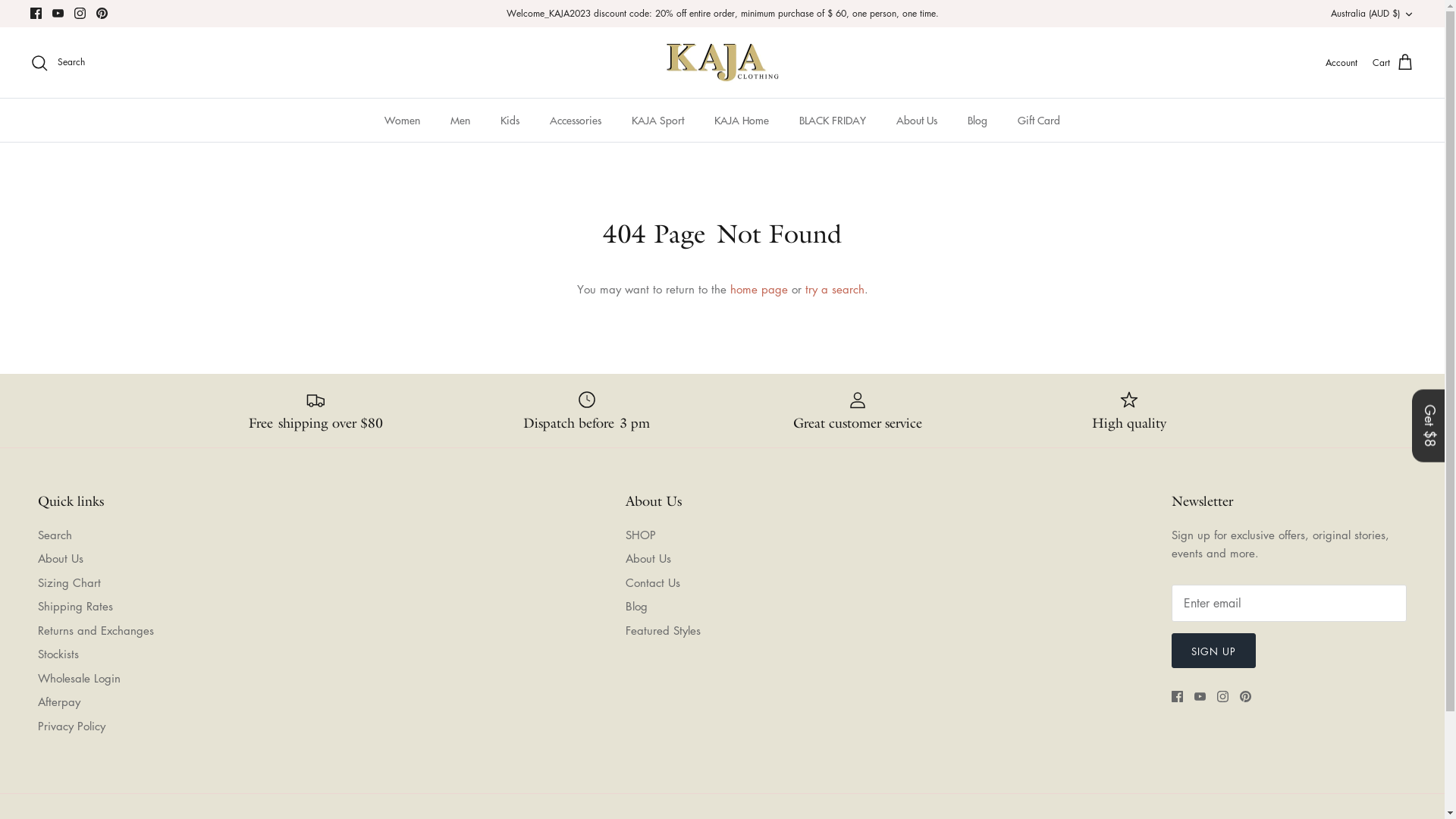 The height and width of the screenshot is (819, 1456). Describe the element at coordinates (651, 581) in the screenshot. I see `'Contact Us'` at that location.